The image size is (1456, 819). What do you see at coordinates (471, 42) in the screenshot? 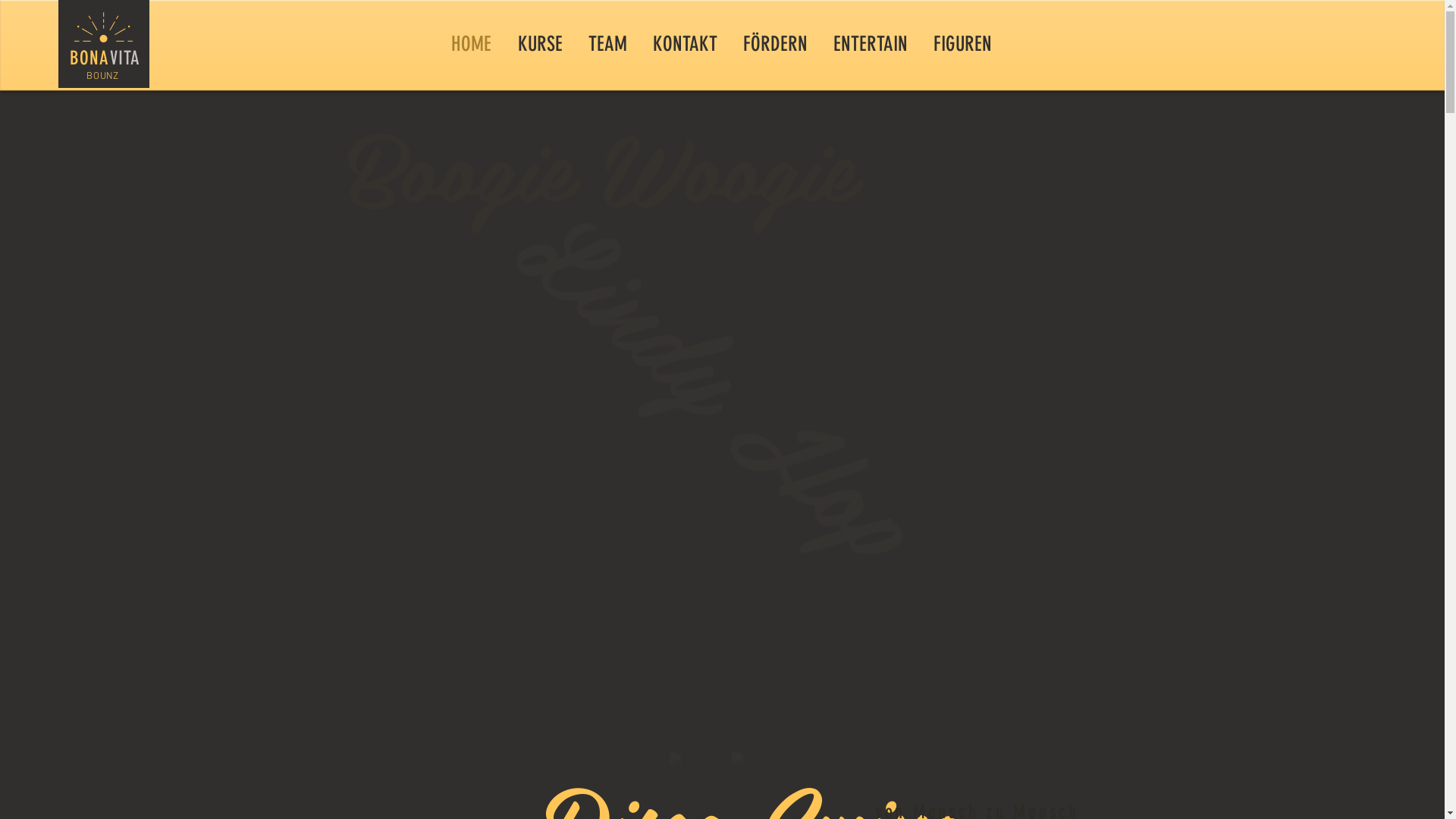
I see `'HOME'` at bounding box center [471, 42].